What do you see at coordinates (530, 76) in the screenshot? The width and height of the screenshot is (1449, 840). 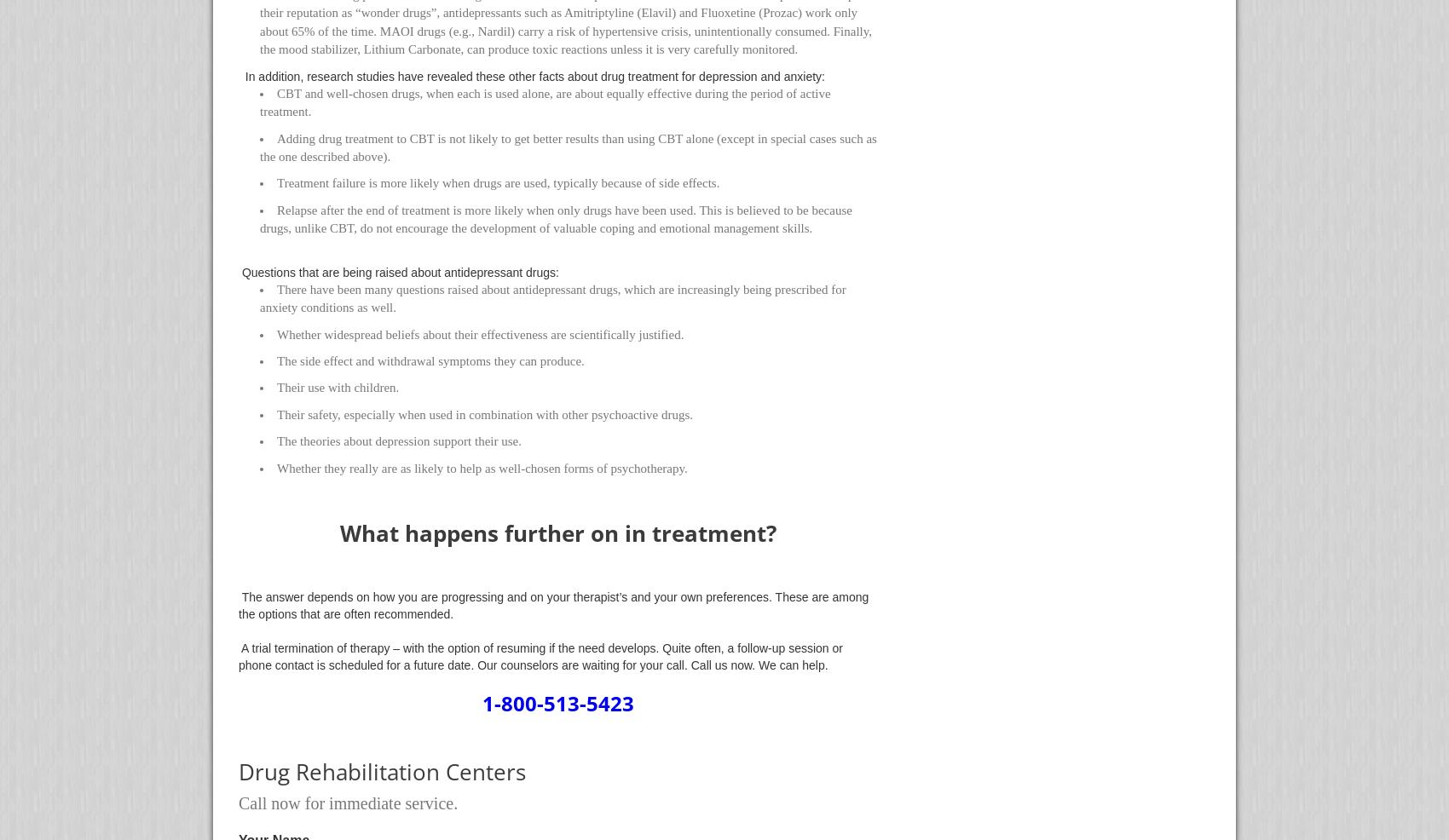 I see `'In addition, research studies have revealed these other facts about drug treatment for depression and anxiety:'` at bounding box center [530, 76].